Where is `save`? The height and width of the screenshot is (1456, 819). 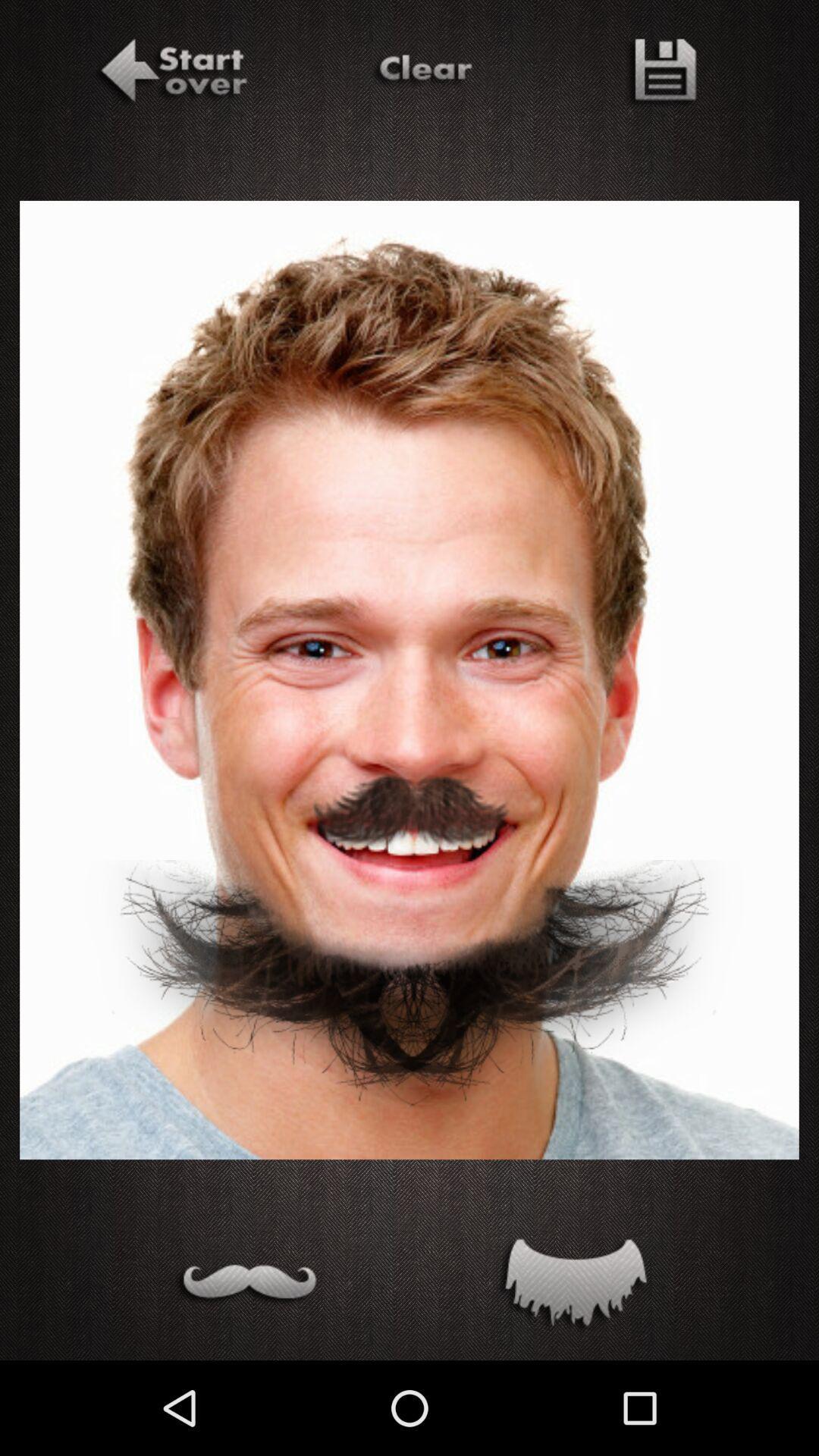
save is located at coordinates (660, 73).